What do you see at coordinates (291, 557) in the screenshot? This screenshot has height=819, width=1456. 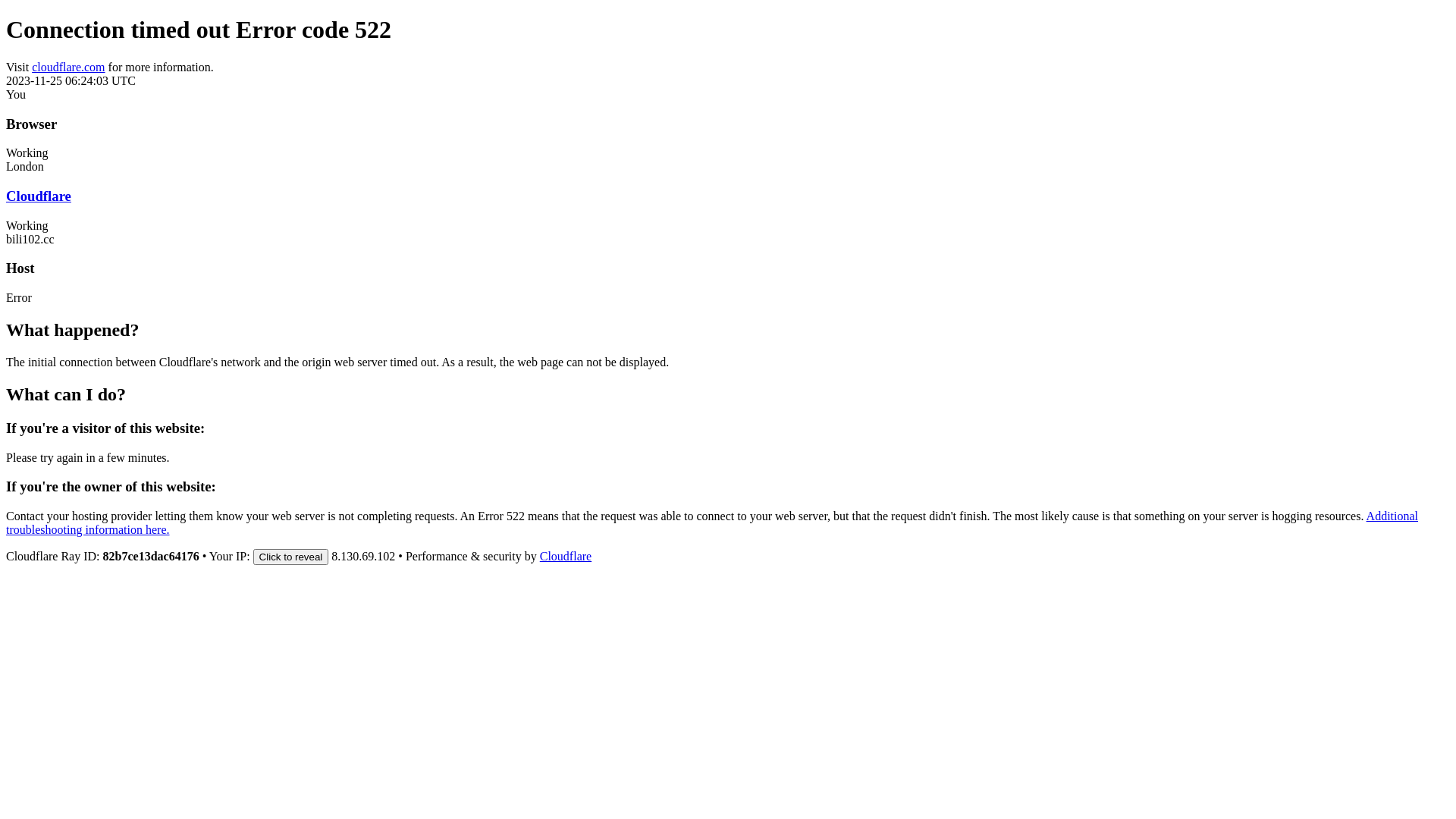 I see `'Click to reveal'` at bounding box center [291, 557].